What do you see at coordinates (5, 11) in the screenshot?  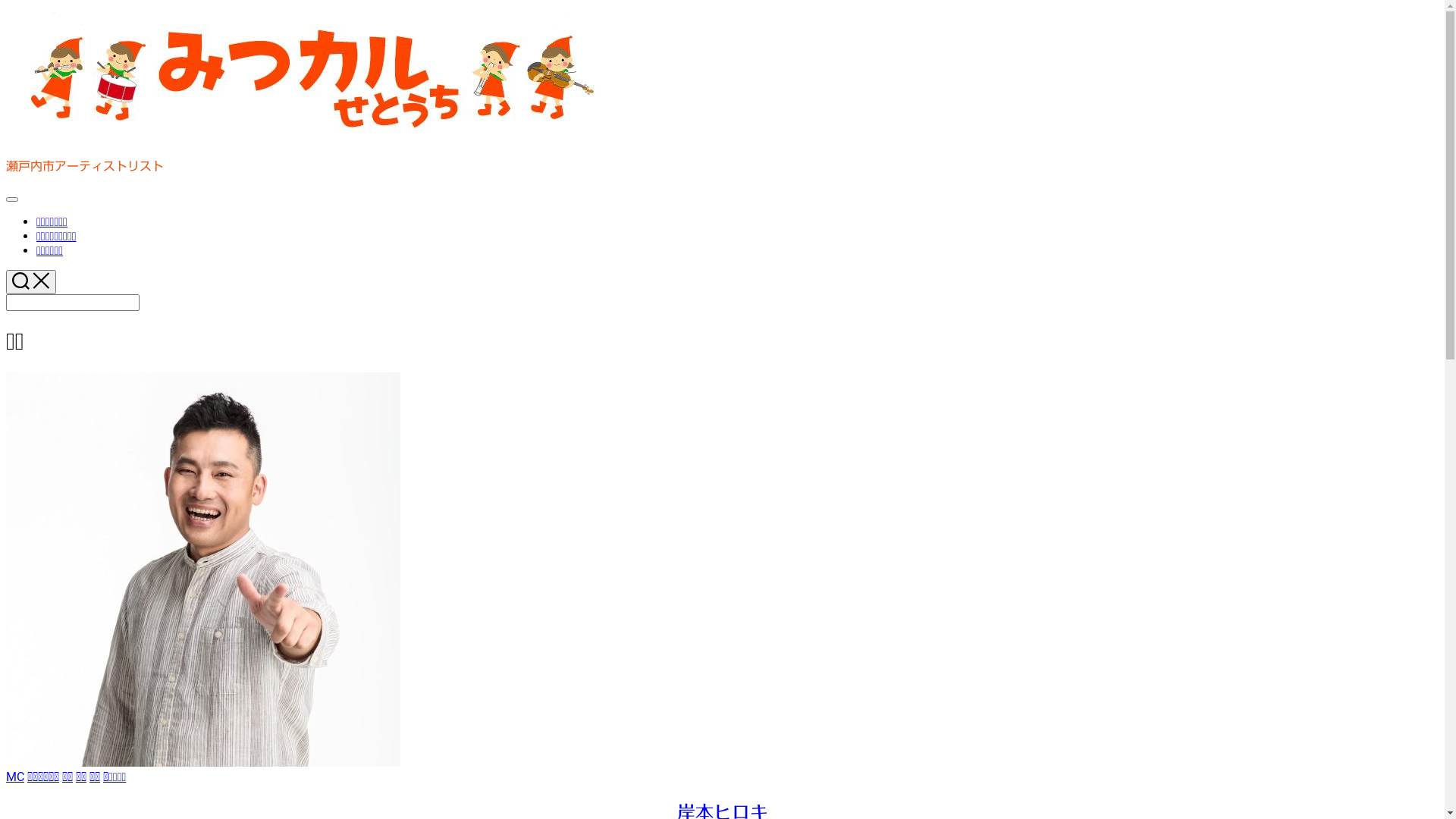 I see `'Skip to content'` at bounding box center [5, 11].